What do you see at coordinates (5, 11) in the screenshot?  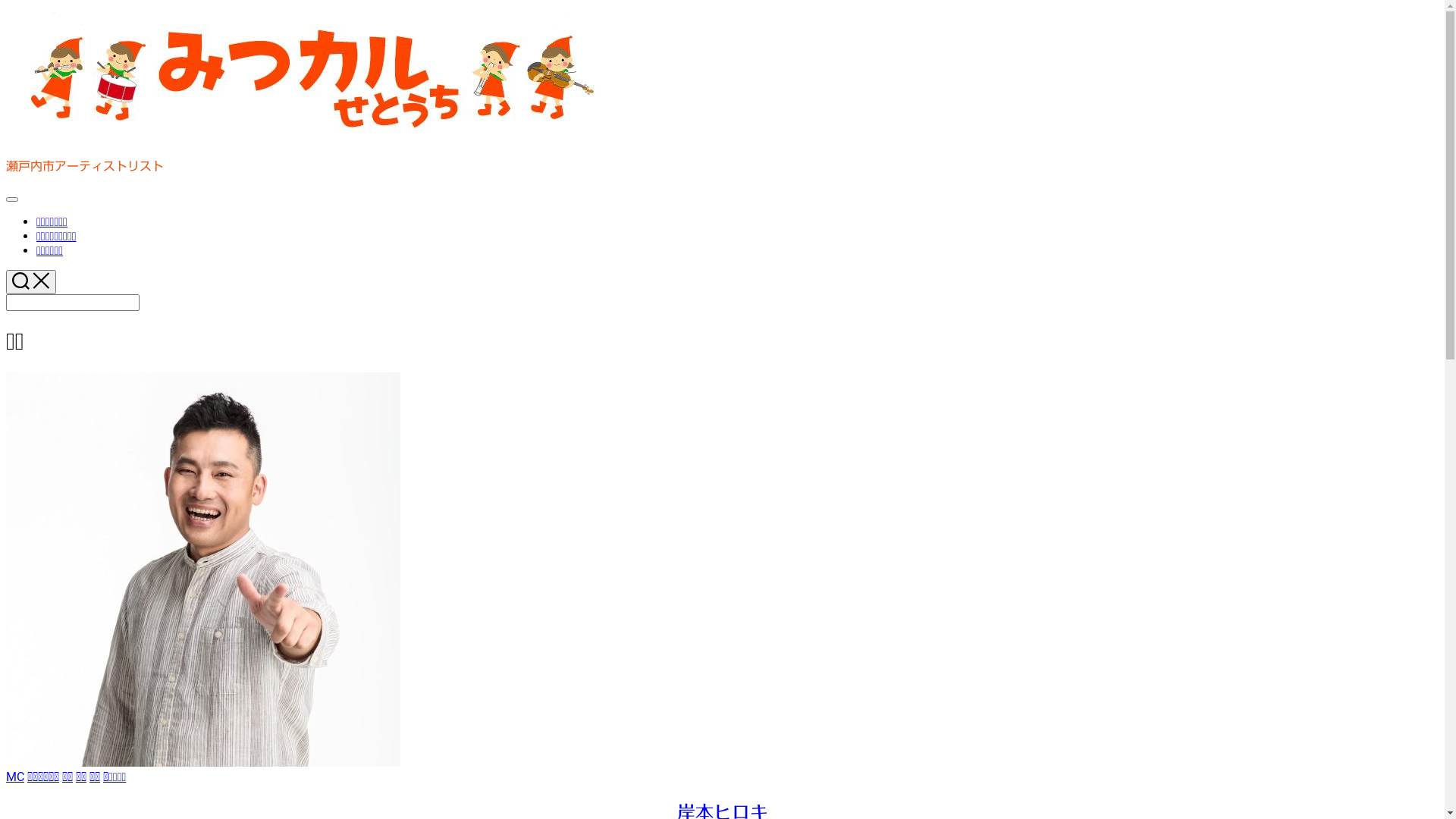 I see `'Skip to content'` at bounding box center [5, 11].